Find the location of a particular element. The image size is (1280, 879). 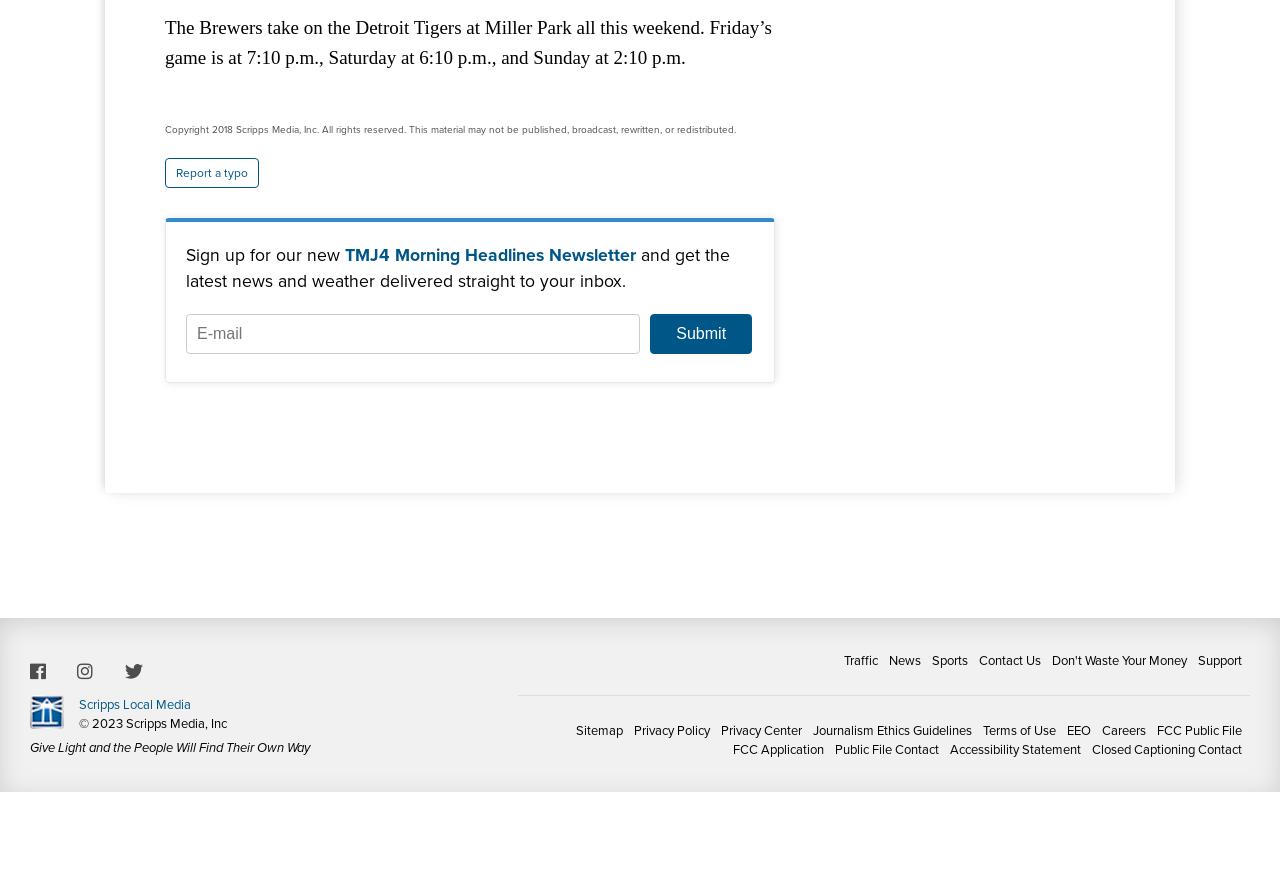

'© 2023 Scripps Media, Inc' is located at coordinates (151, 721).